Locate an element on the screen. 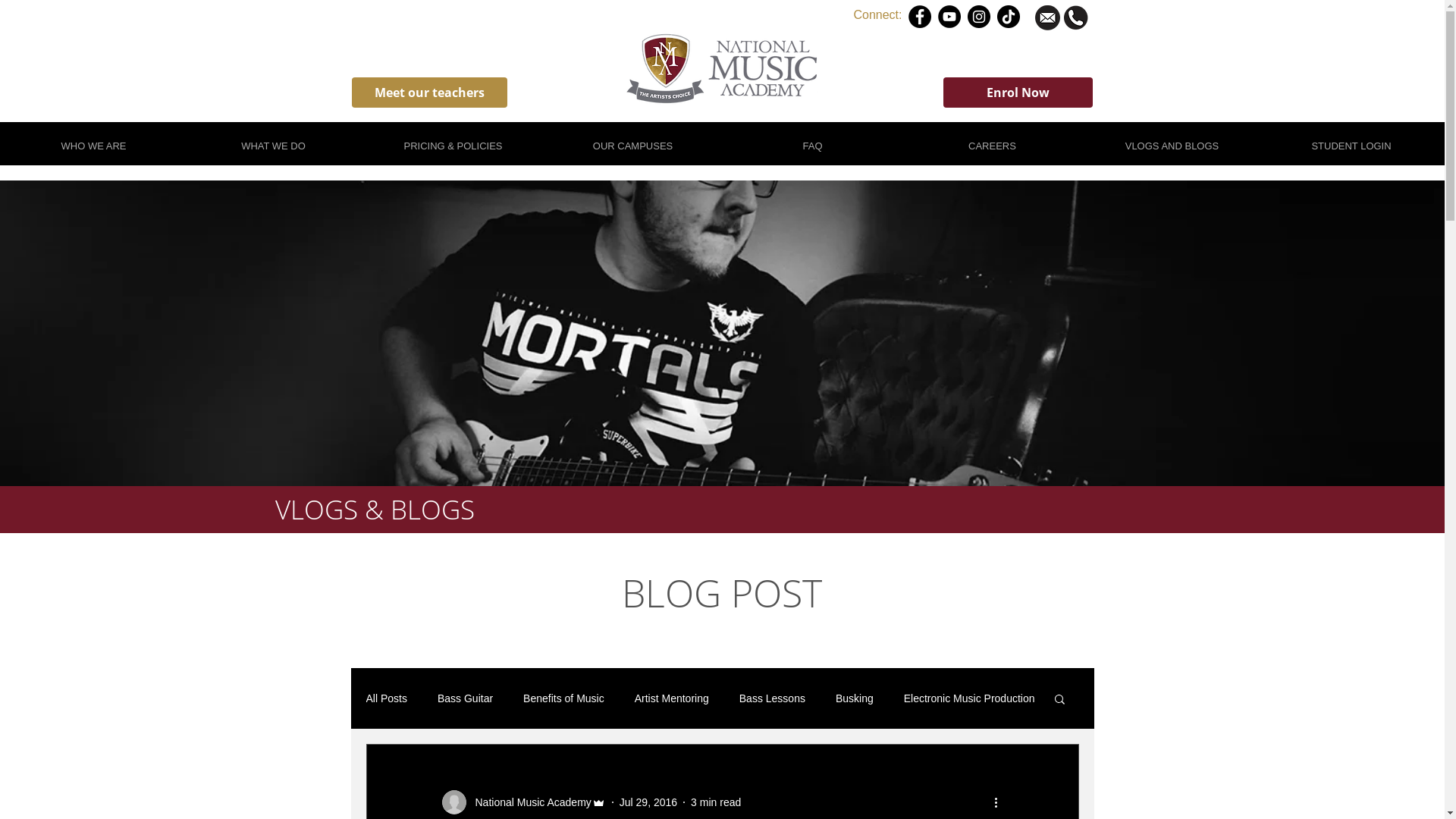 The image size is (1456, 819). 'National Music Academy' is located at coordinates (523, 801).